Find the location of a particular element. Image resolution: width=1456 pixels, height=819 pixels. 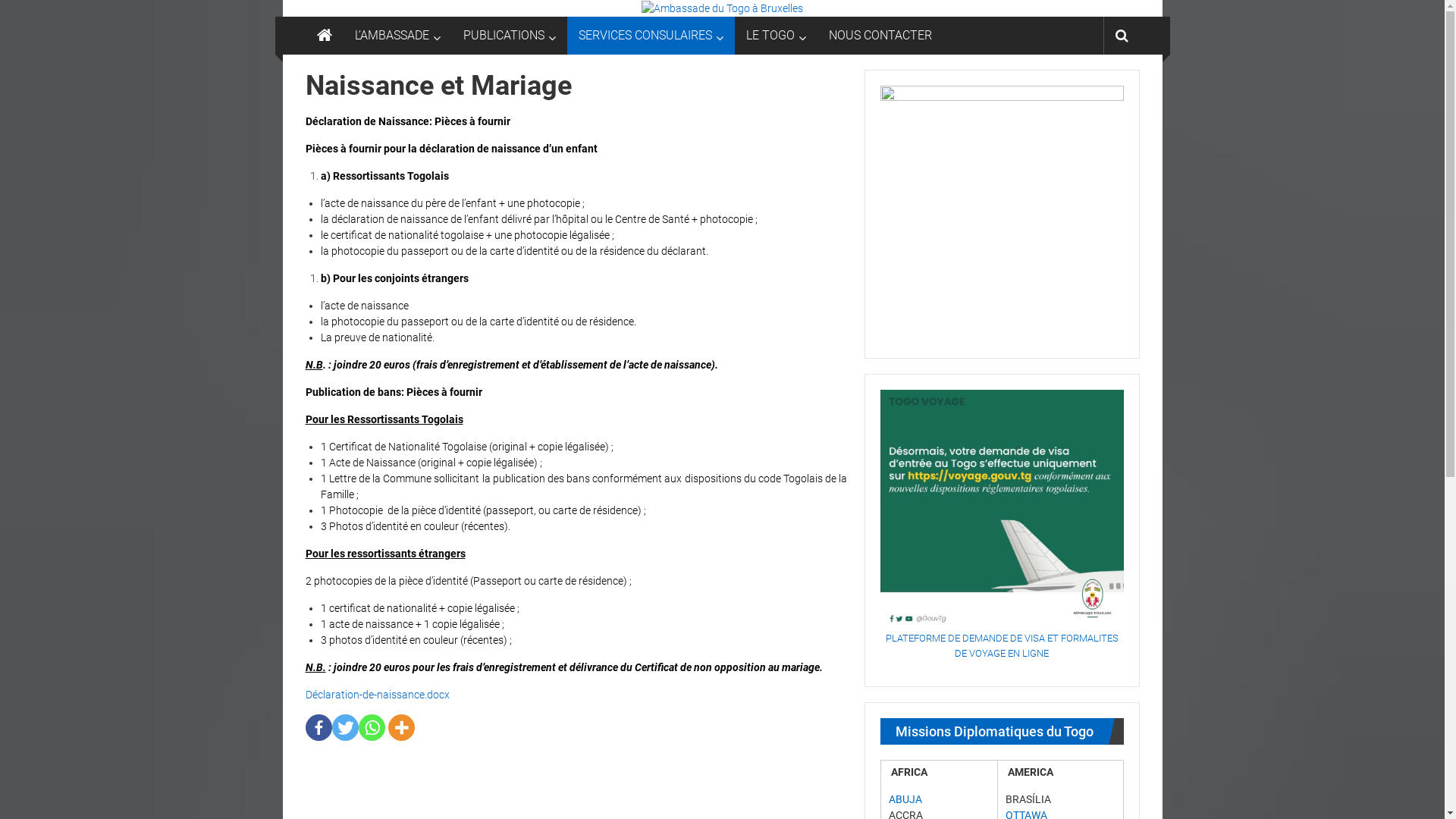

'ABUJA' is located at coordinates (905, 798).